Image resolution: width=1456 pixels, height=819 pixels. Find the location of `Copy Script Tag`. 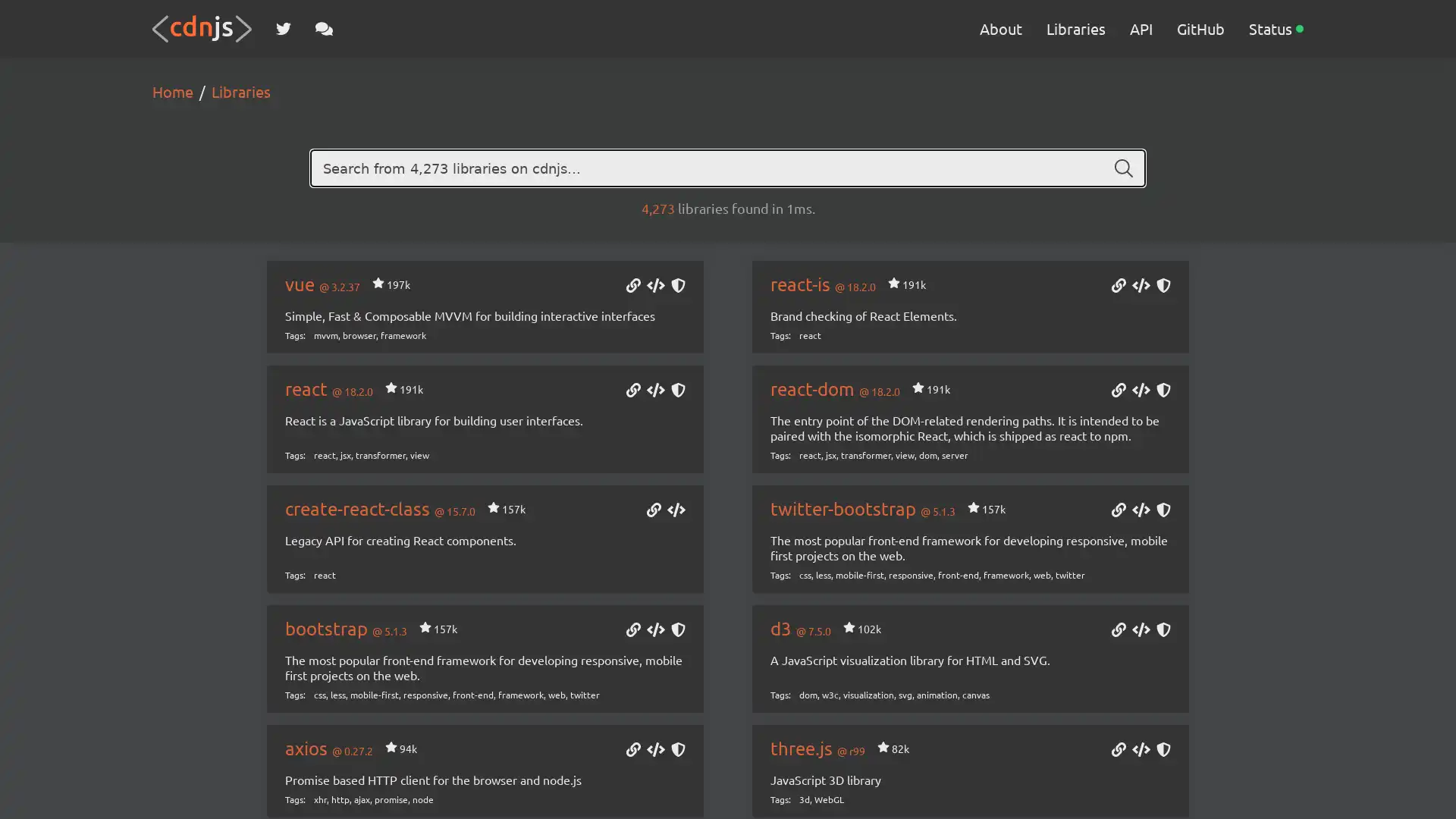

Copy Script Tag is located at coordinates (1140, 391).